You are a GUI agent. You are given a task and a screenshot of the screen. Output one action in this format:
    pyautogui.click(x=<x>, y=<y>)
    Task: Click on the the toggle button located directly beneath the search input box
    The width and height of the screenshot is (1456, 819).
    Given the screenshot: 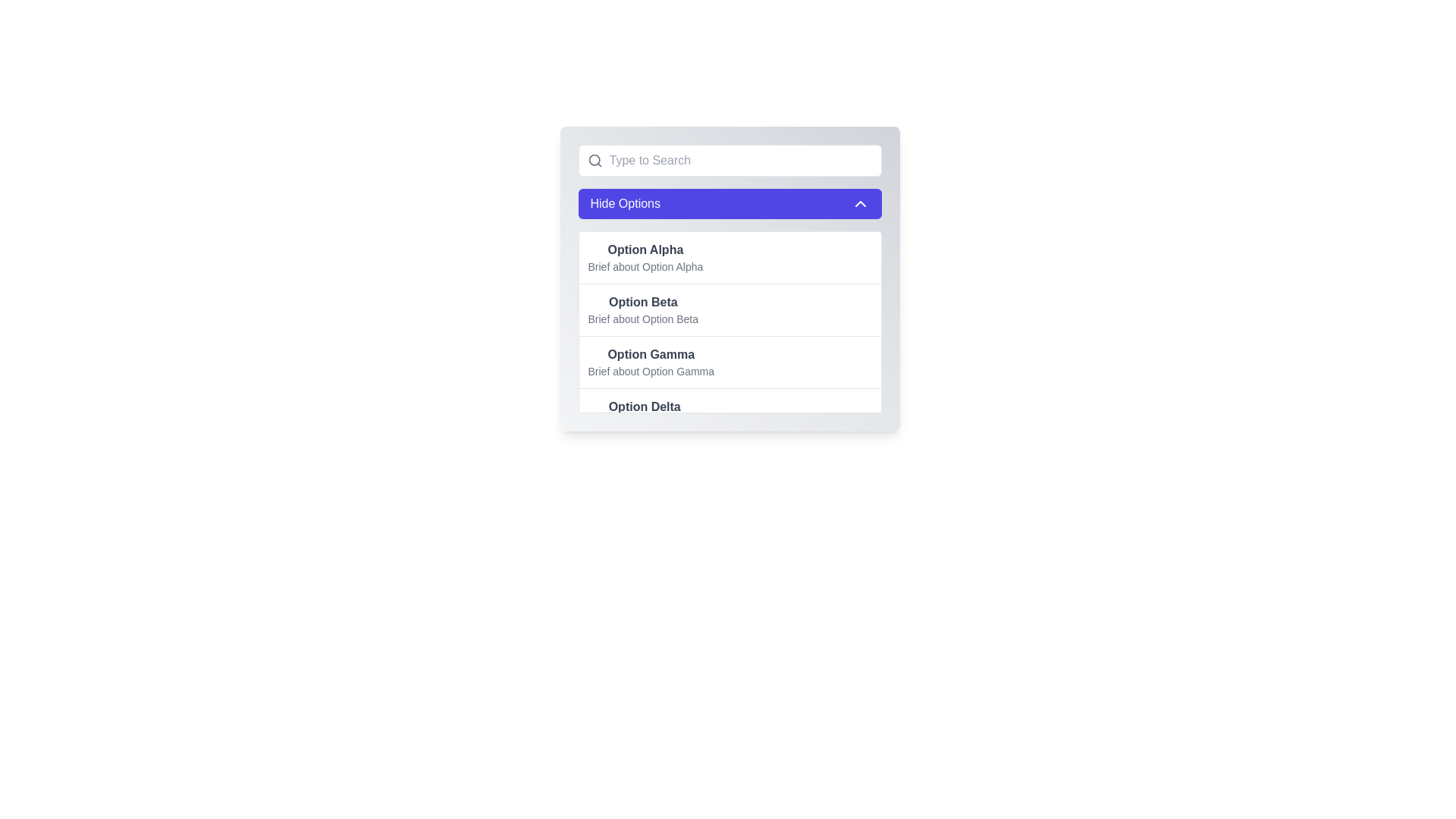 What is the action you would take?
    pyautogui.click(x=730, y=203)
    